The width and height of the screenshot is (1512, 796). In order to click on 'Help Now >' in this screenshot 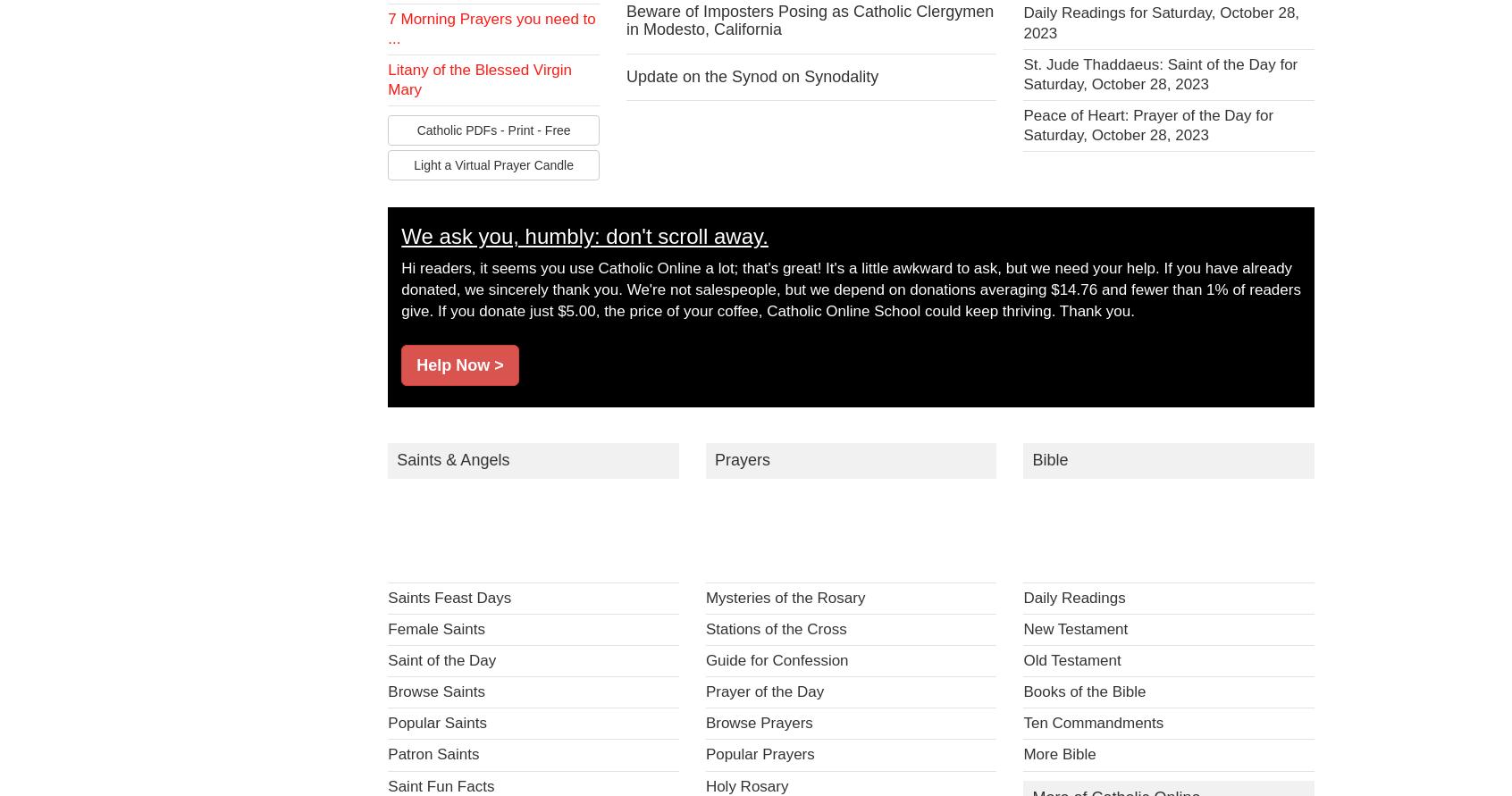, I will do `click(459, 364)`.